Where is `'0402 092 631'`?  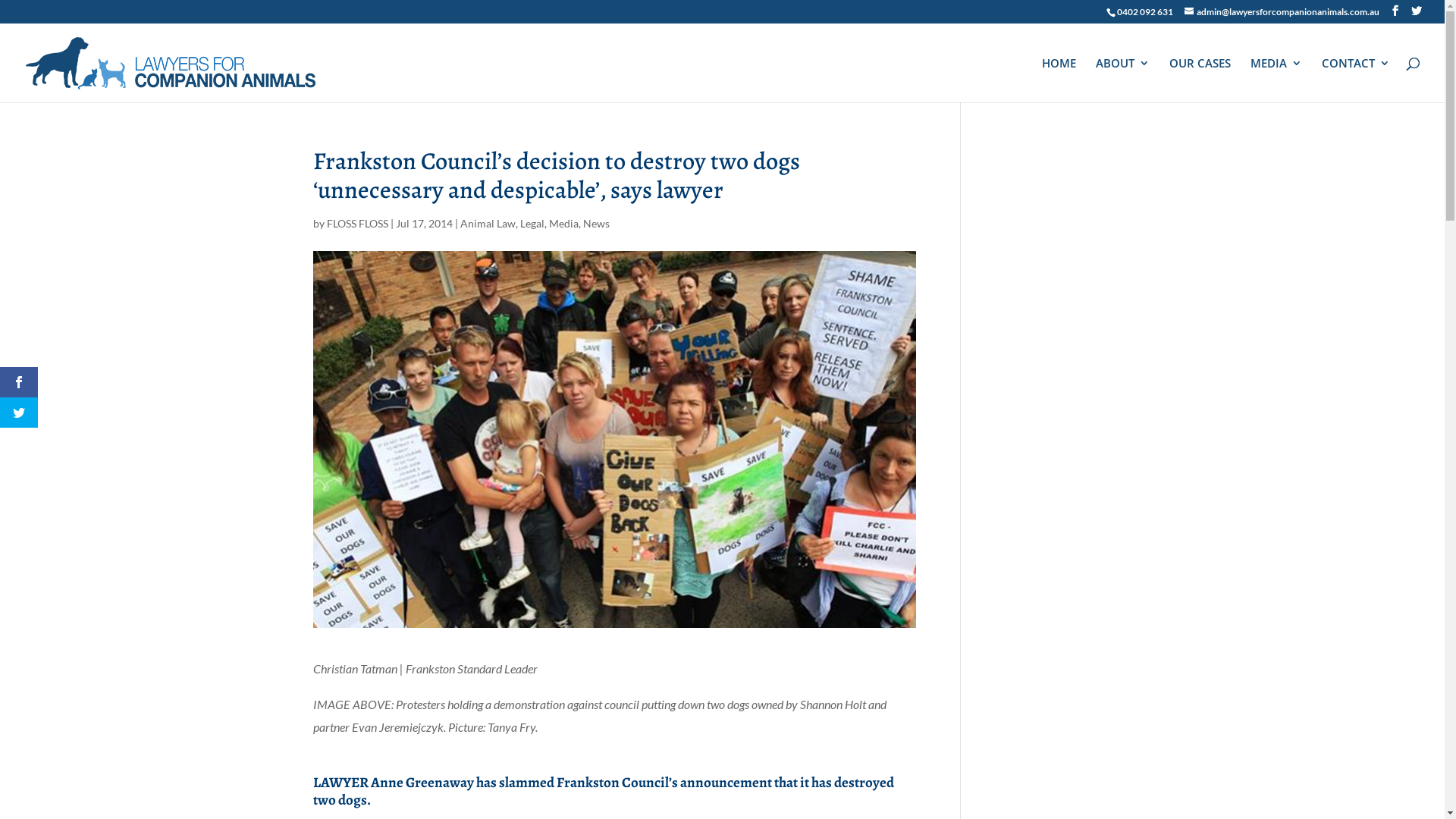 '0402 092 631' is located at coordinates (1117, 11).